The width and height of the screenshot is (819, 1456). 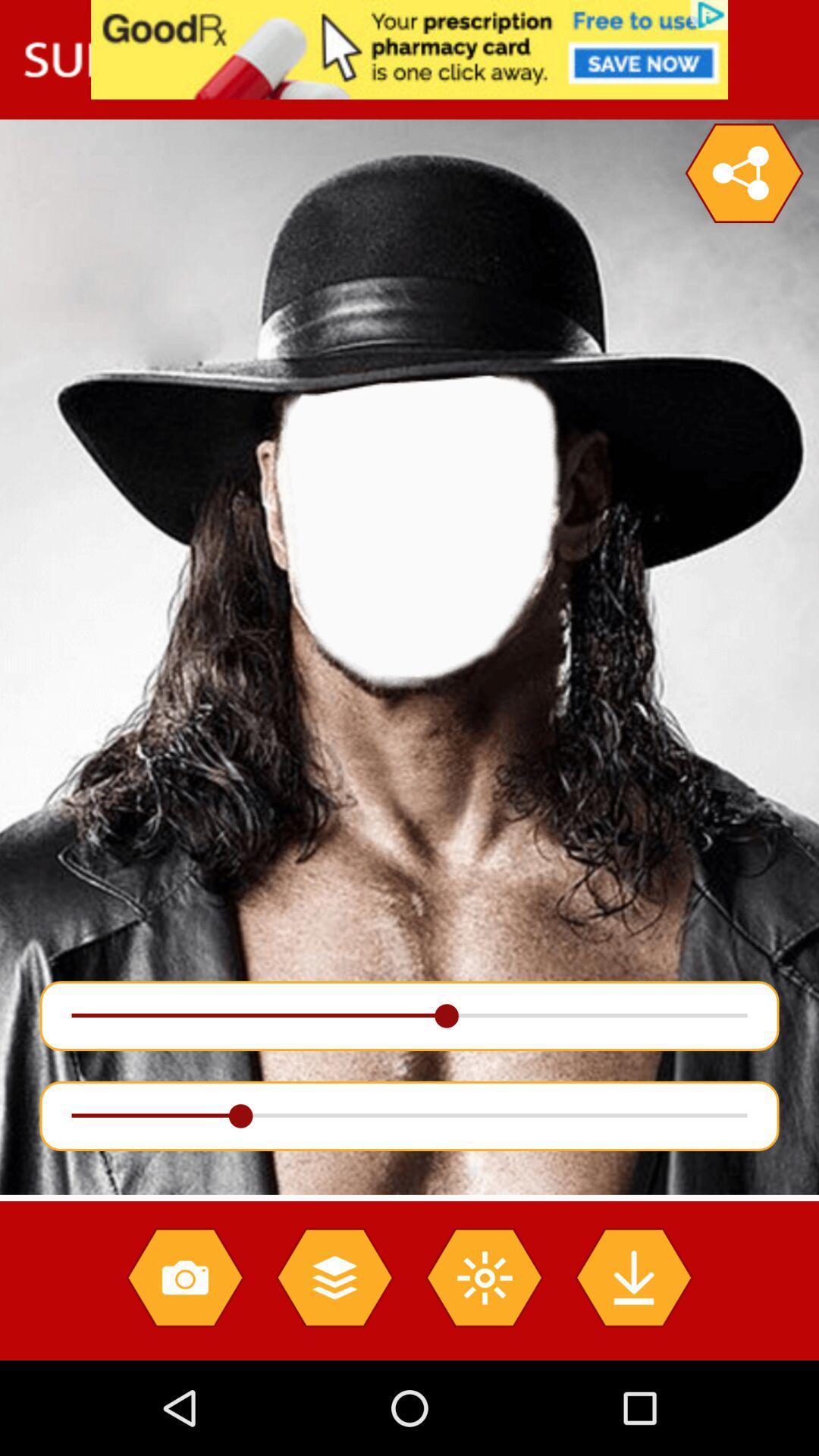 I want to click on change luminosity, so click(x=484, y=1276).